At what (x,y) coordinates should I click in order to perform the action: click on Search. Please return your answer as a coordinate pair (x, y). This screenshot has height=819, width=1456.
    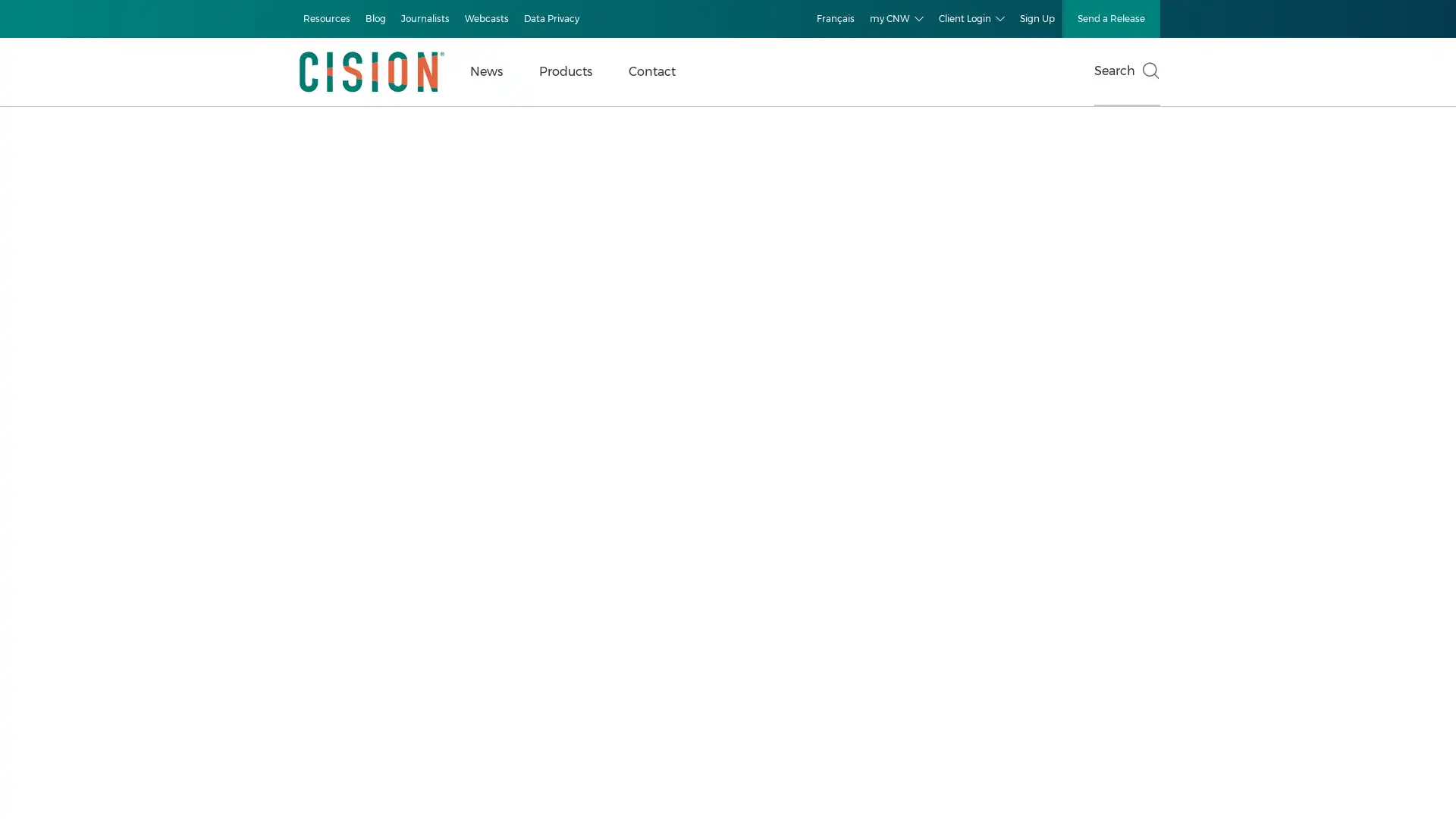
    Looking at the image, I should click on (1127, 72).